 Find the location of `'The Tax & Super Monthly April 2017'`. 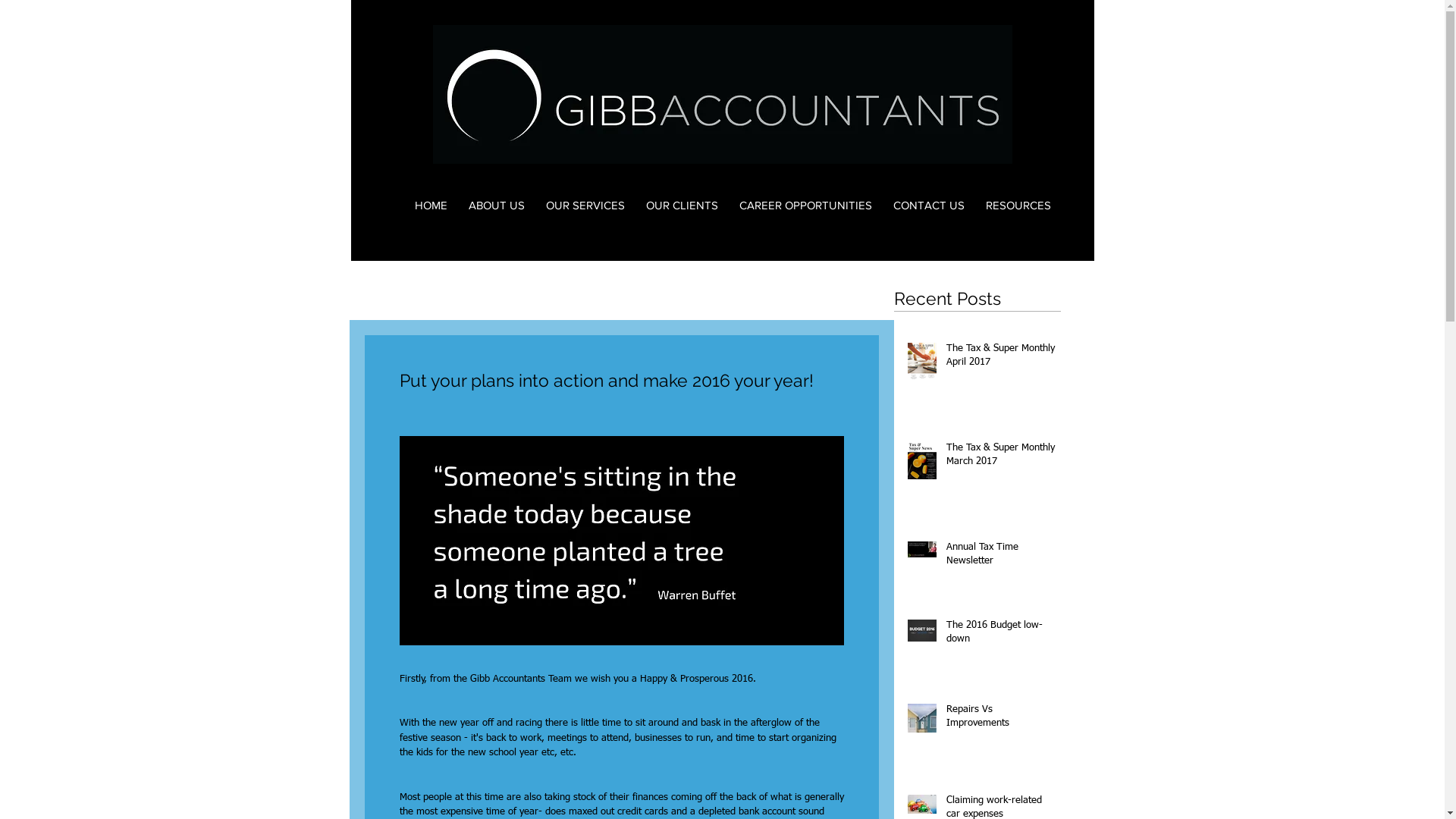

'The Tax & Super Monthly April 2017' is located at coordinates (1001, 359).